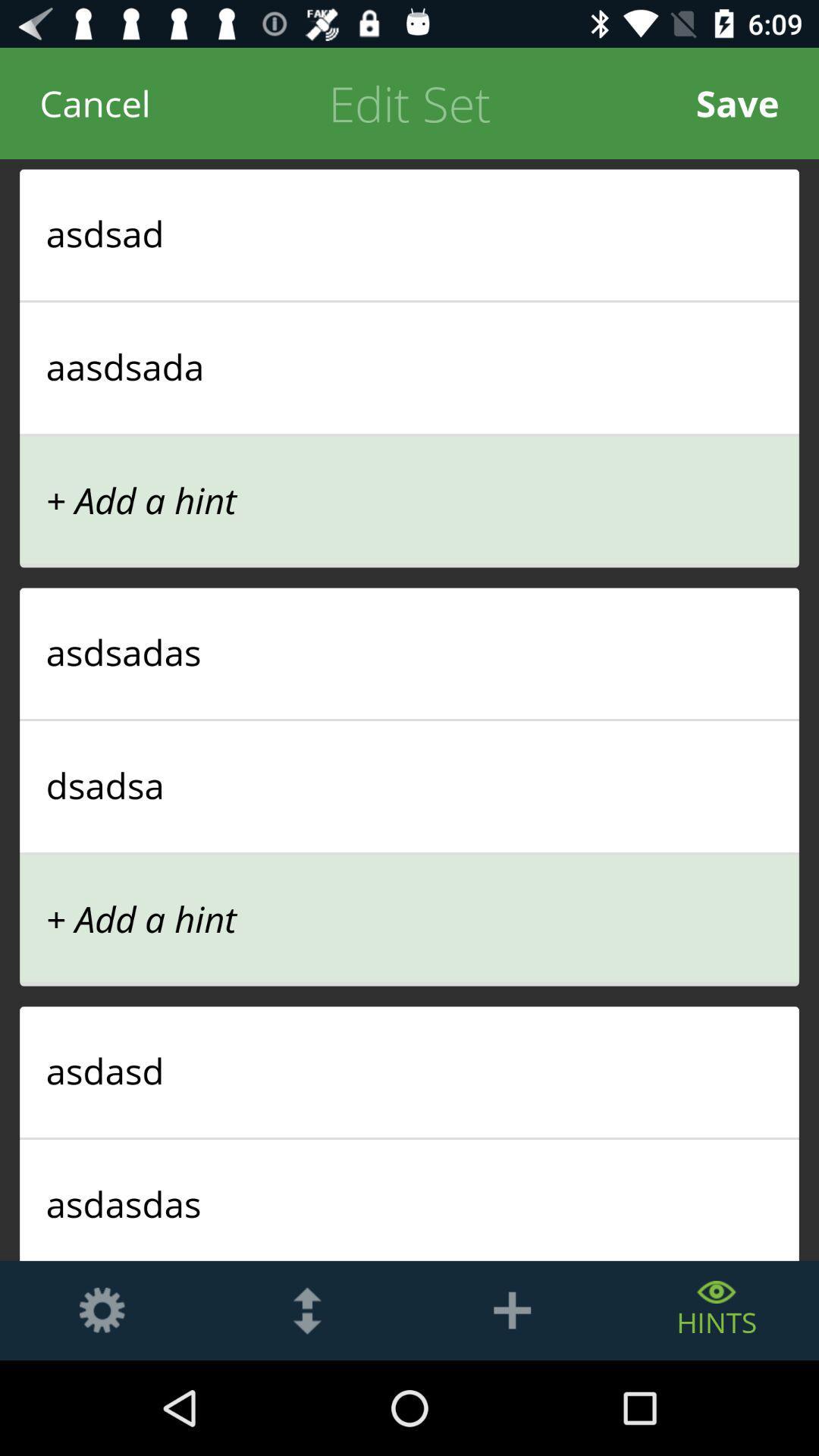 This screenshot has height=1456, width=819. Describe the element at coordinates (409, 719) in the screenshot. I see `icon above the dsadsa icon` at that location.